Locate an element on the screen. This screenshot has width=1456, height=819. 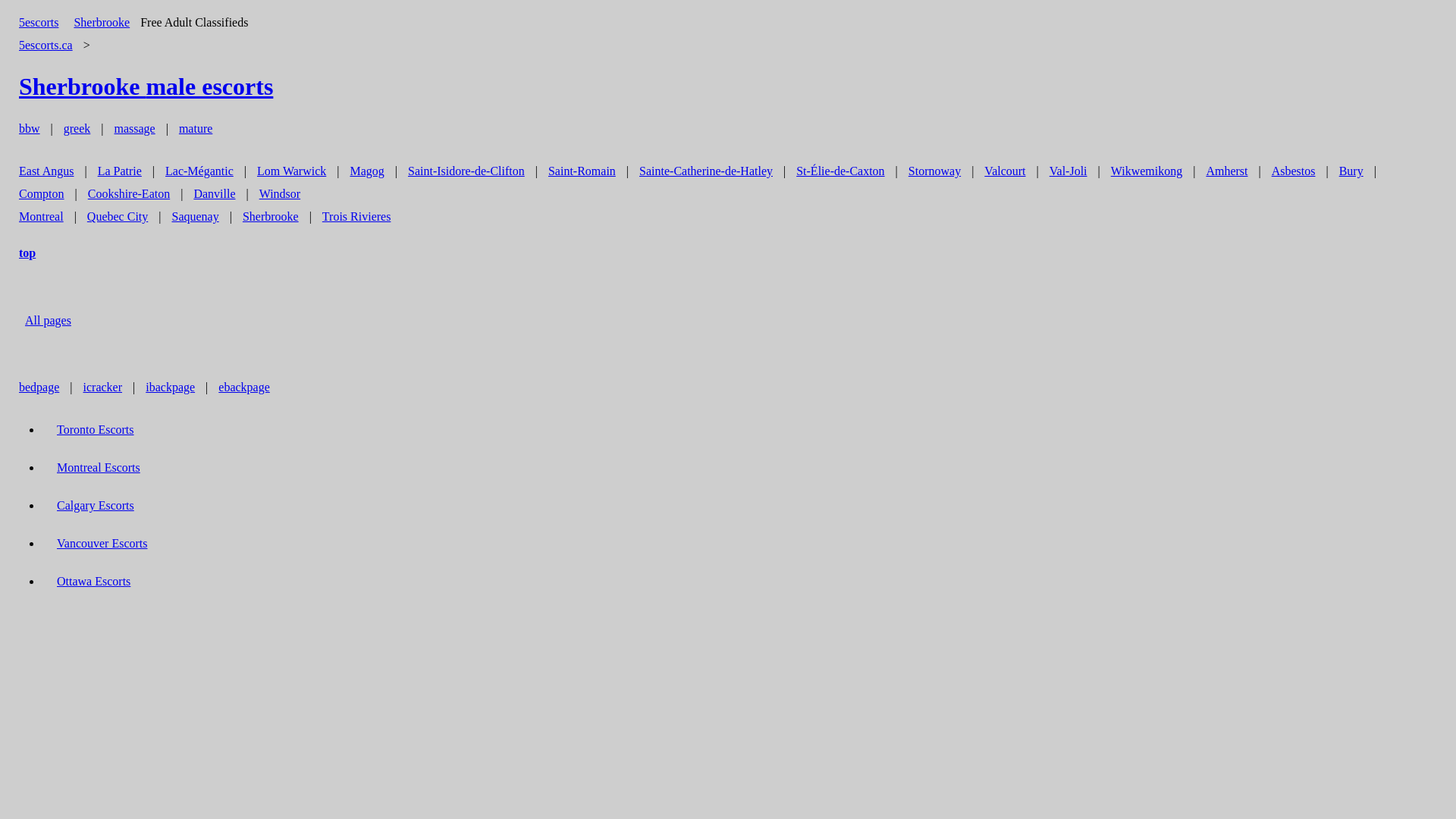
'Valcourt' is located at coordinates (976, 171).